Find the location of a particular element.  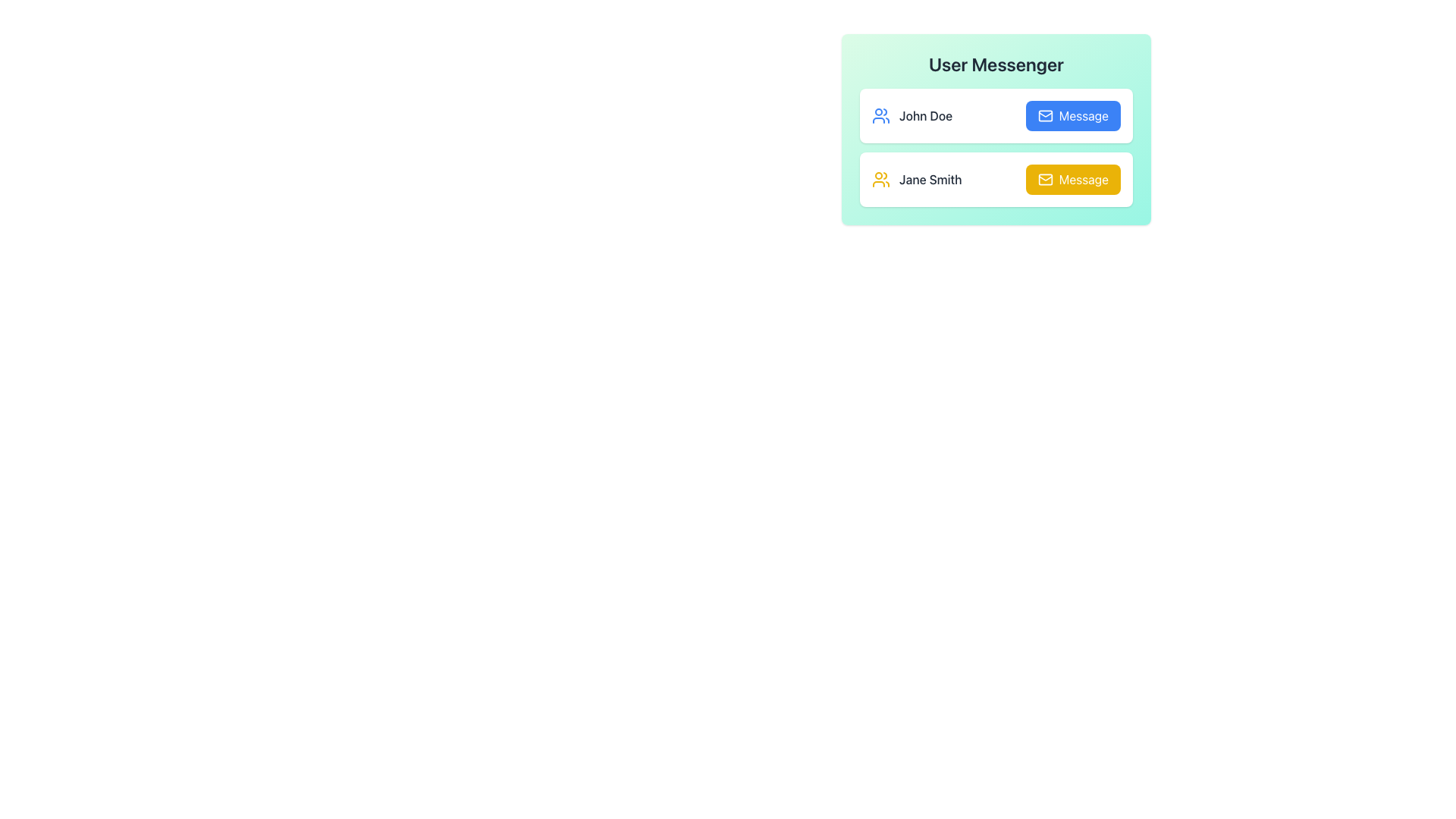

the user entry in the messaging interface that displays the user's name, positioned as the first entry under 'User Messenger' is located at coordinates (996, 115).